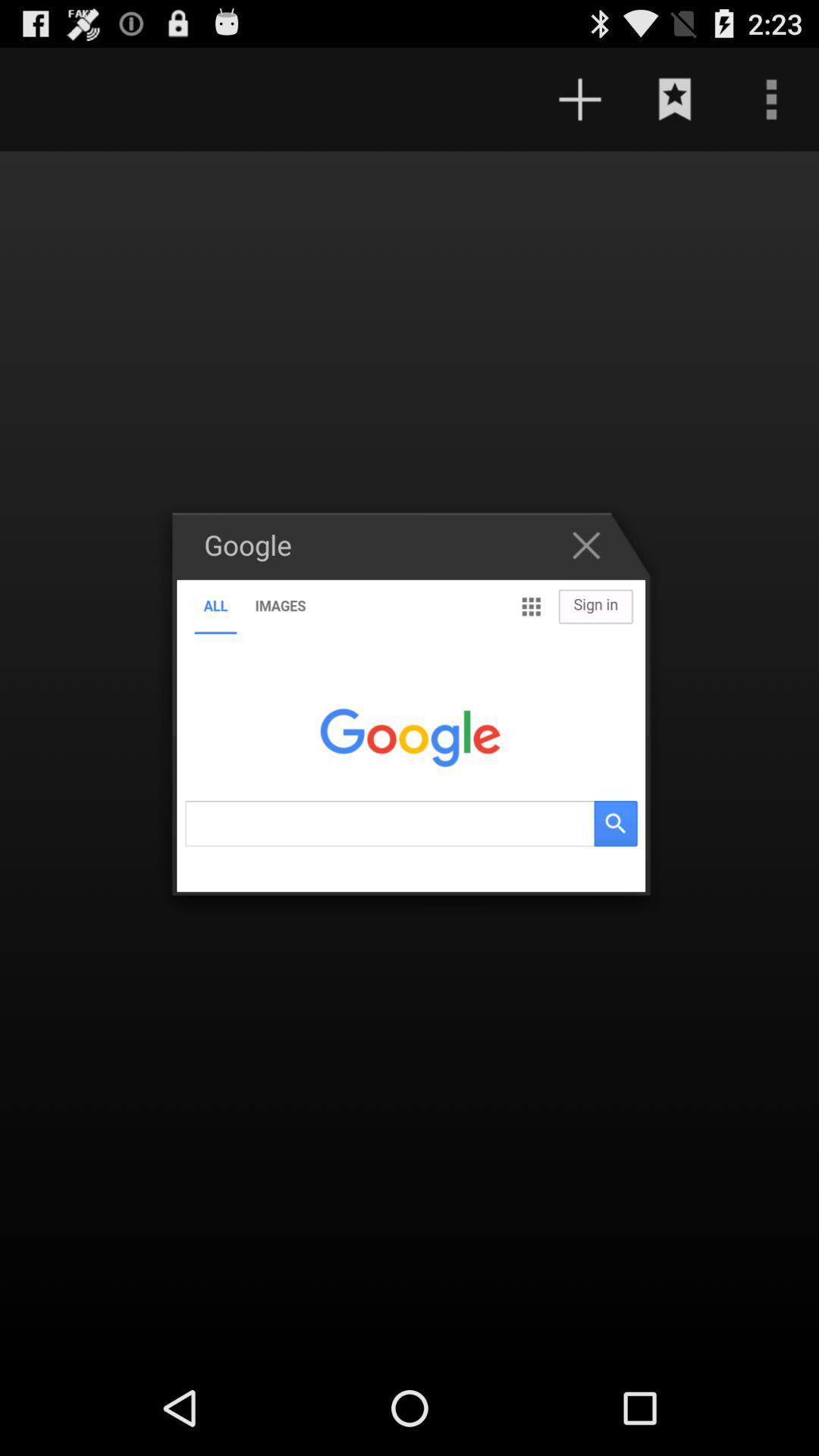 This screenshot has width=819, height=1456. I want to click on the more icon, so click(771, 105).